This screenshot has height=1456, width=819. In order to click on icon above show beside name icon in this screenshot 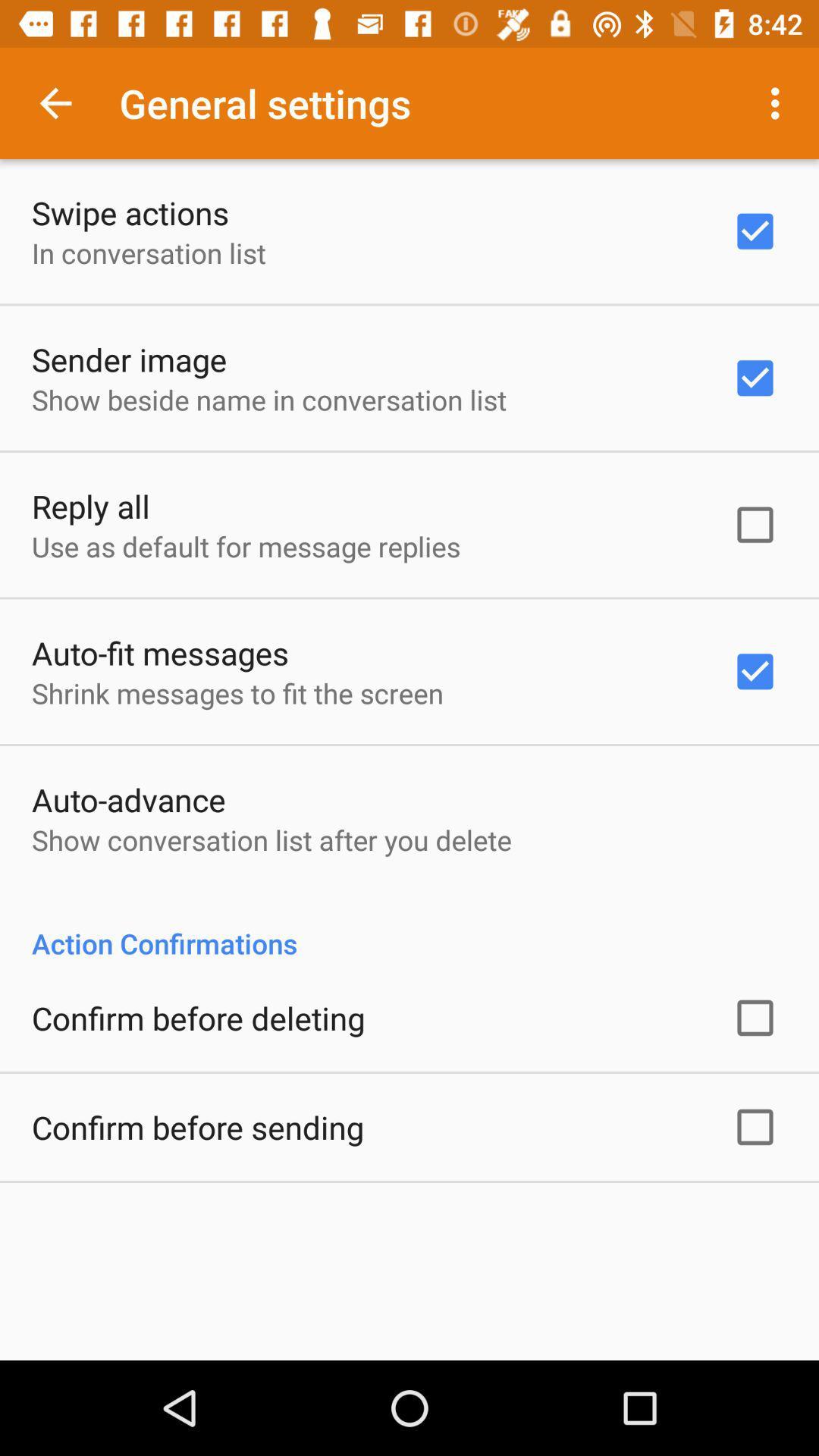, I will do `click(128, 359)`.